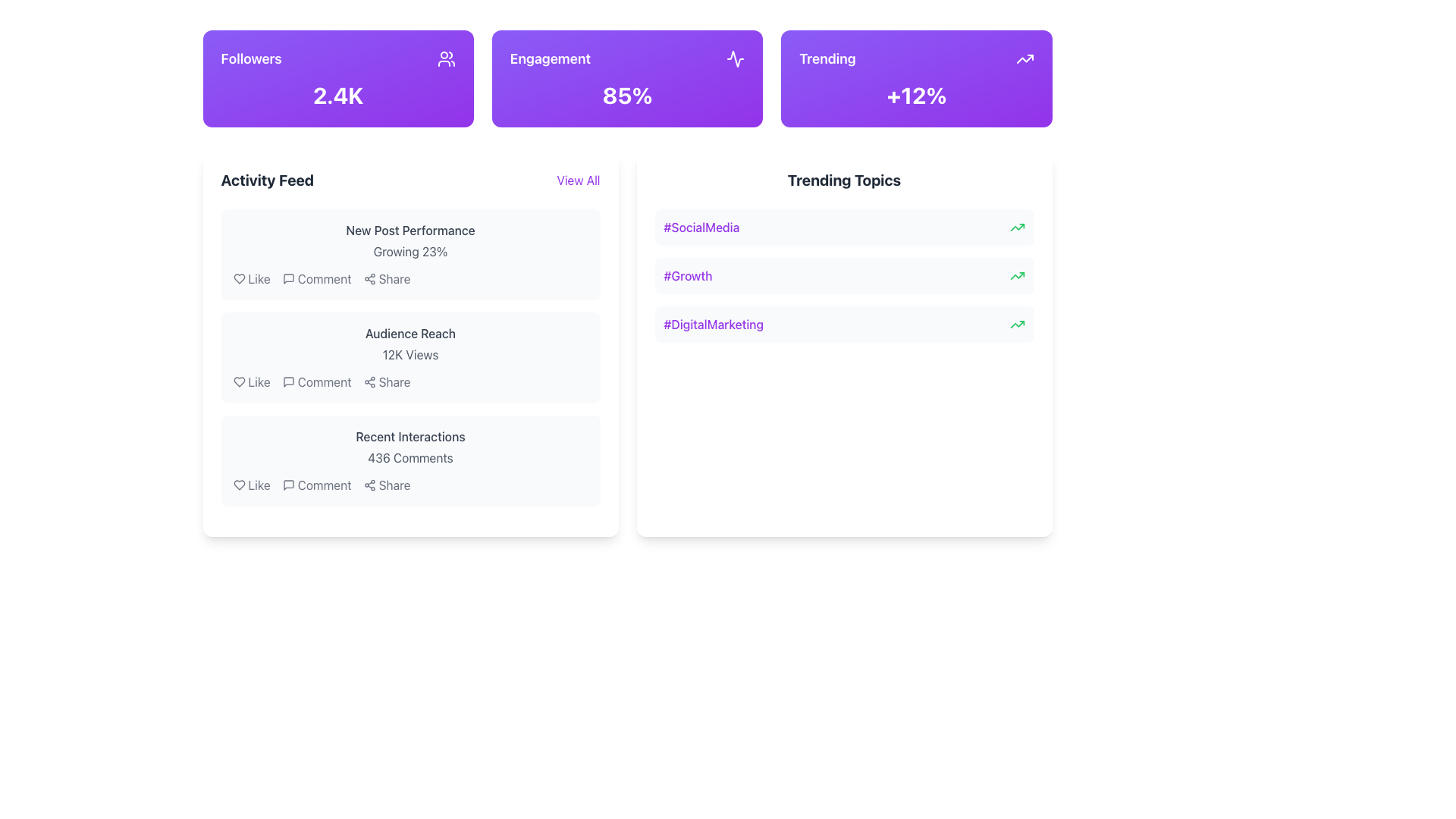 Image resolution: width=1456 pixels, height=819 pixels. I want to click on the upward trending green arrow icon located to the right of the '#SocialMedia' text in the 'Trending Topics' section, so click(1017, 227).